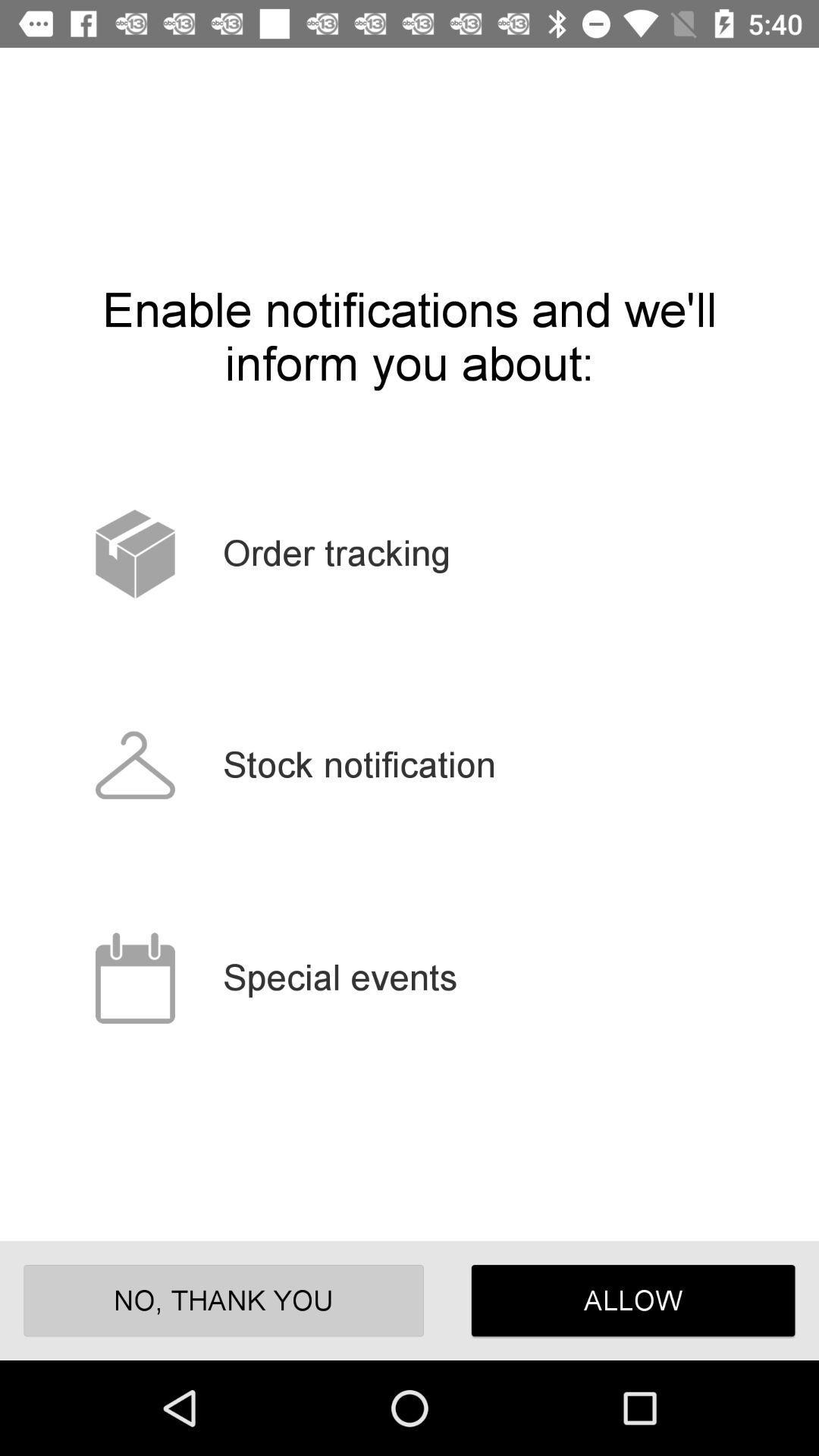 This screenshot has width=819, height=1456. What do you see at coordinates (633, 1300) in the screenshot?
I see `allow item` at bounding box center [633, 1300].